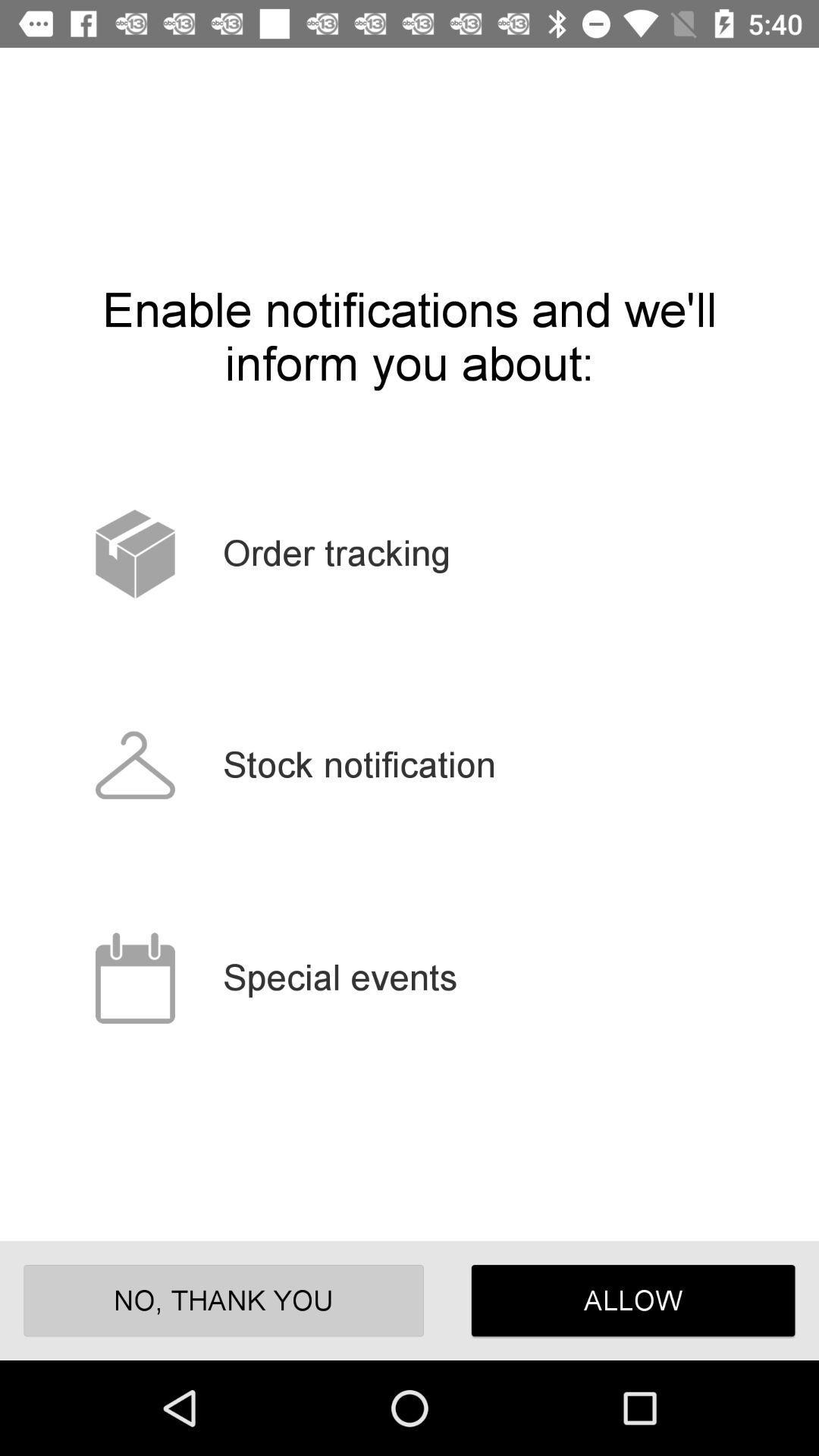 This screenshot has width=819, height=1456. What do you see at coordinates (633, 1300) in the screenshot?
I see `allow item` at bounding box center [633, 1300].